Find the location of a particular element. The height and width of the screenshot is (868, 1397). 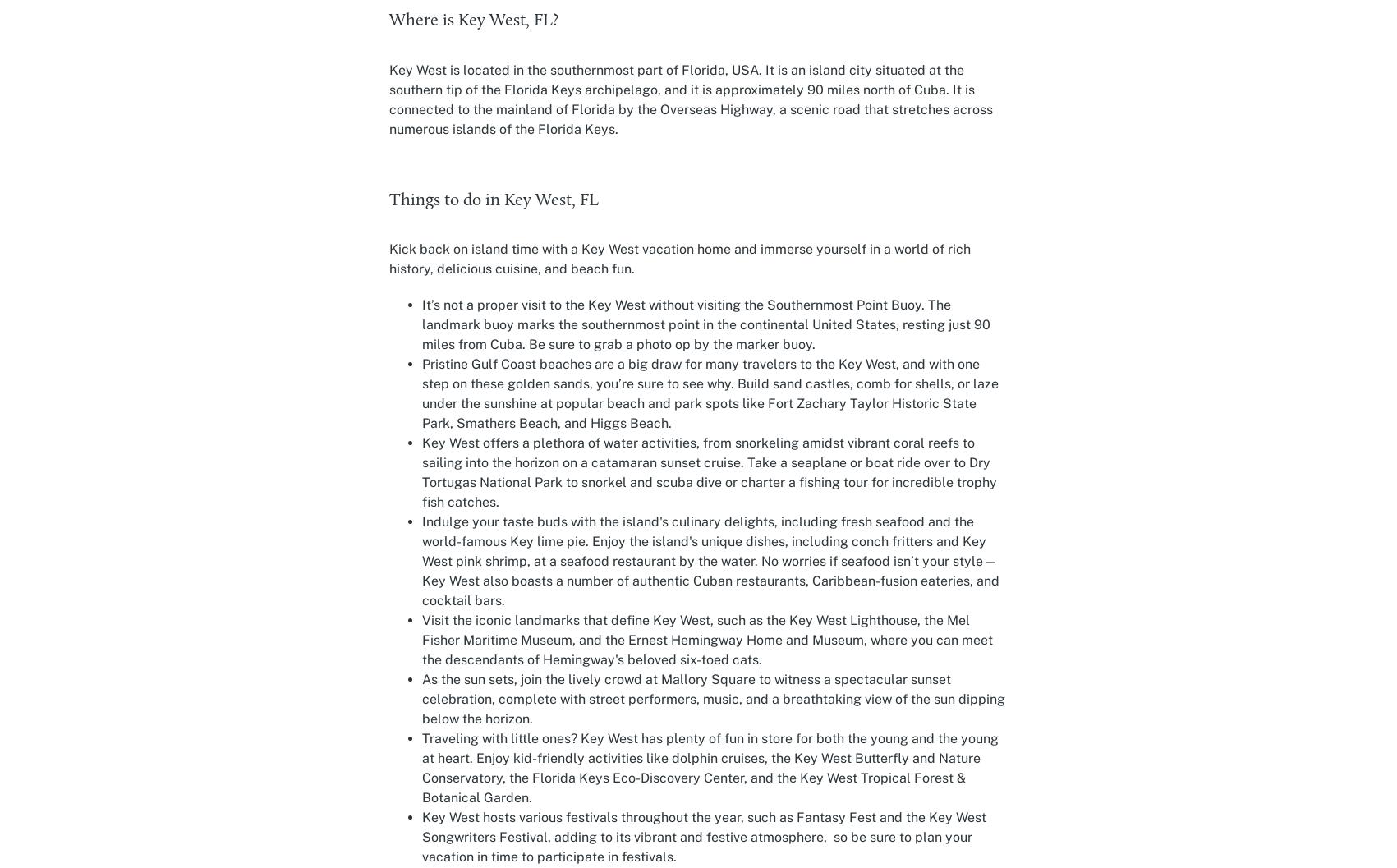

'Where is Key West, FL?' is located at coordinates (472, 21).